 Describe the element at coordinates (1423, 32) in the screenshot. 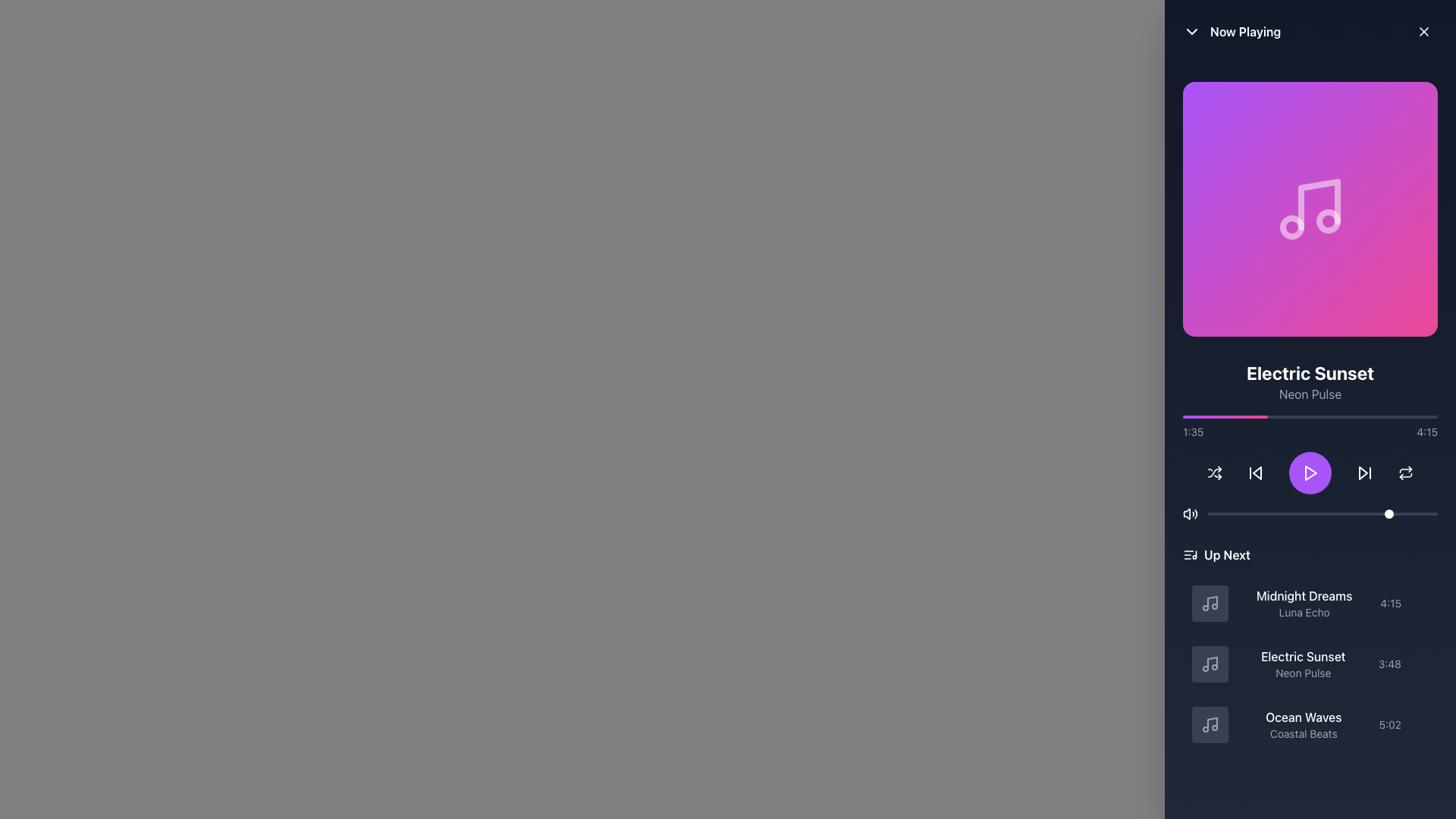

I see `the close button located at the top-right corner of the 'Now Playing' interface` at that location.